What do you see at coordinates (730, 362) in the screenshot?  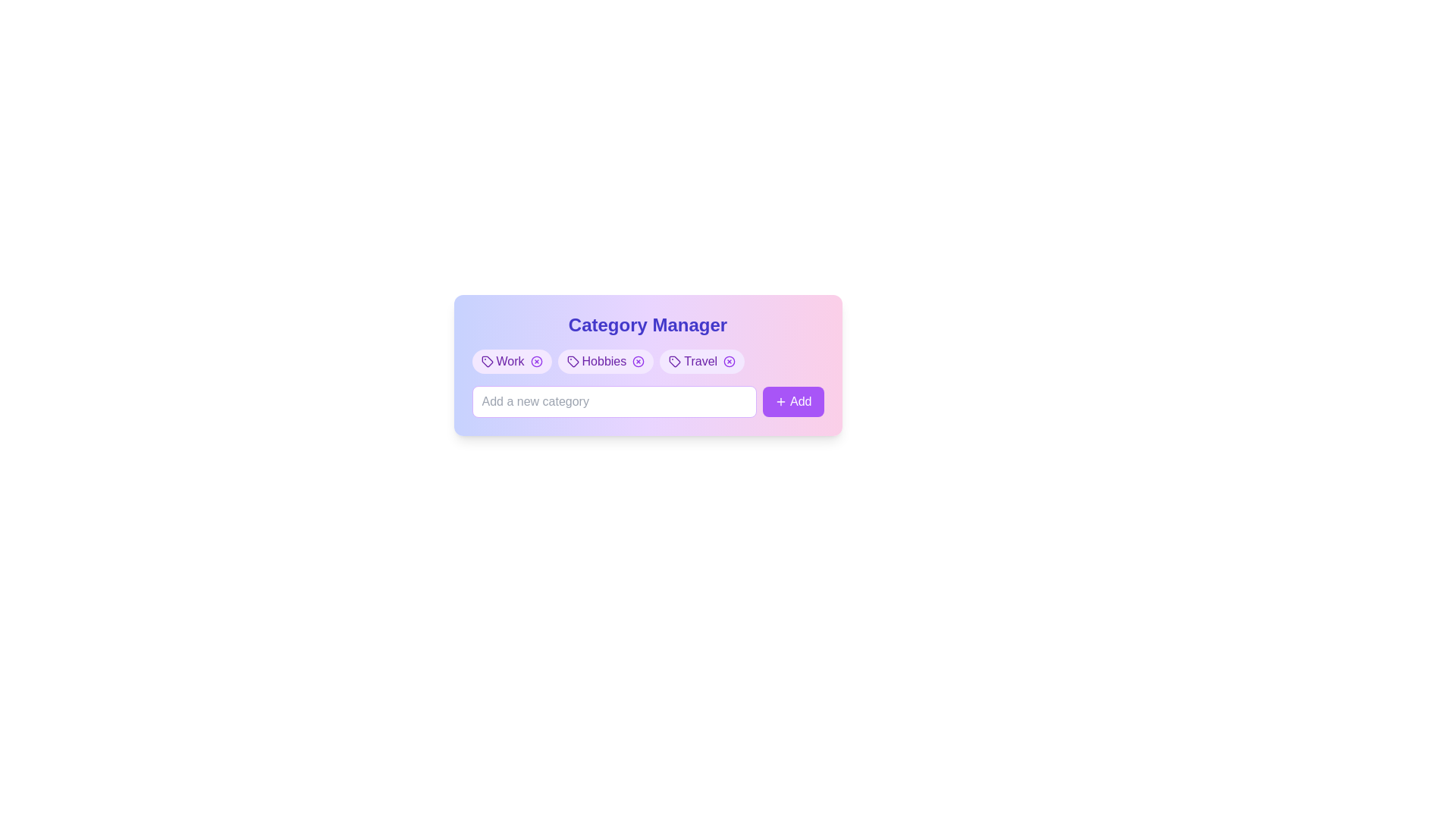 I see `the circular graphical element of the SVG icon located within the 'Travel' tag in the category manager interface, which indicates an interactive feature` at bounding box center [730, 362].